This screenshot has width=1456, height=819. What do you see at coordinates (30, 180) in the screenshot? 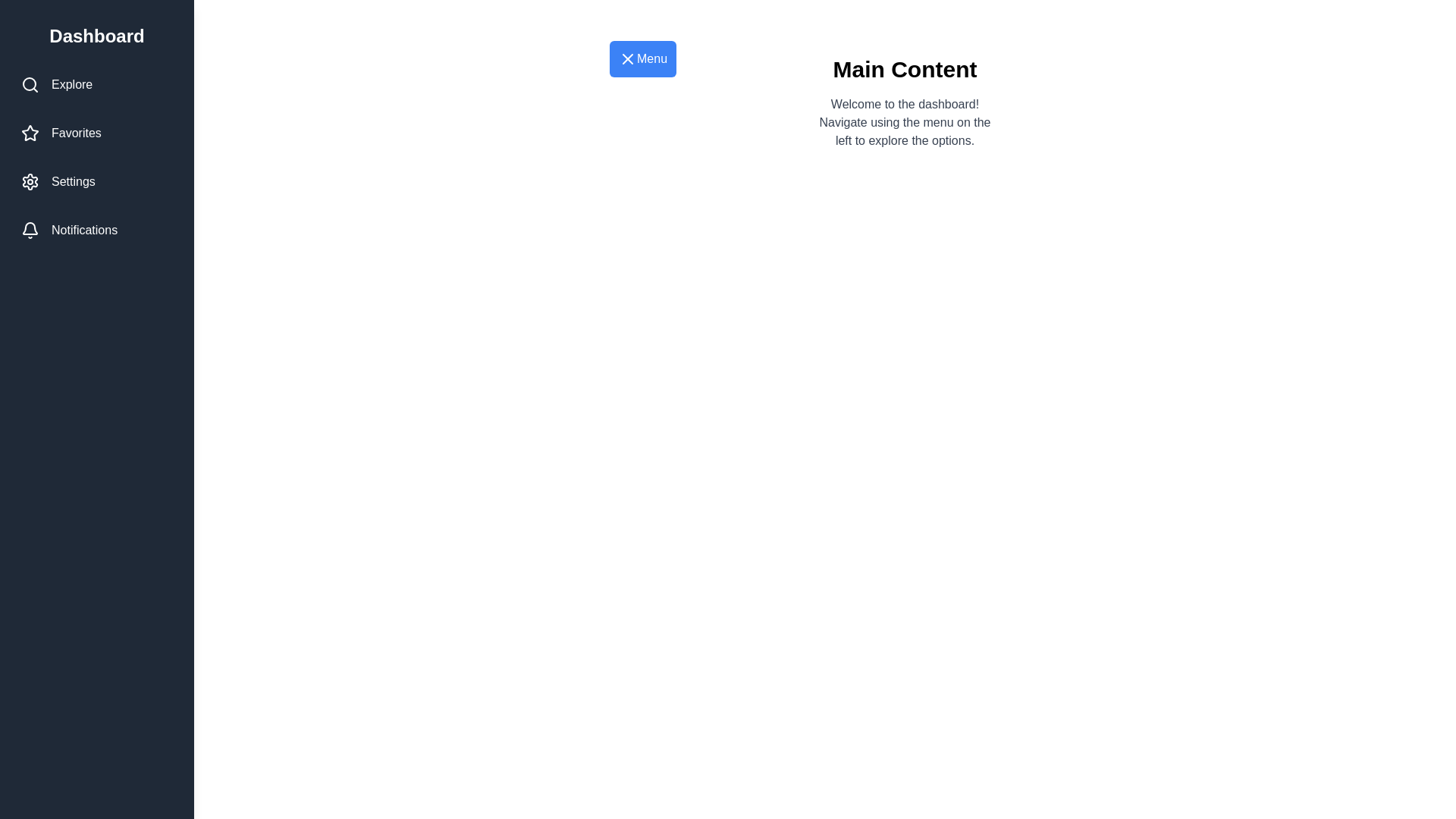
I see `the settings icon located in the sidebar` at bounding box center [30, 180].